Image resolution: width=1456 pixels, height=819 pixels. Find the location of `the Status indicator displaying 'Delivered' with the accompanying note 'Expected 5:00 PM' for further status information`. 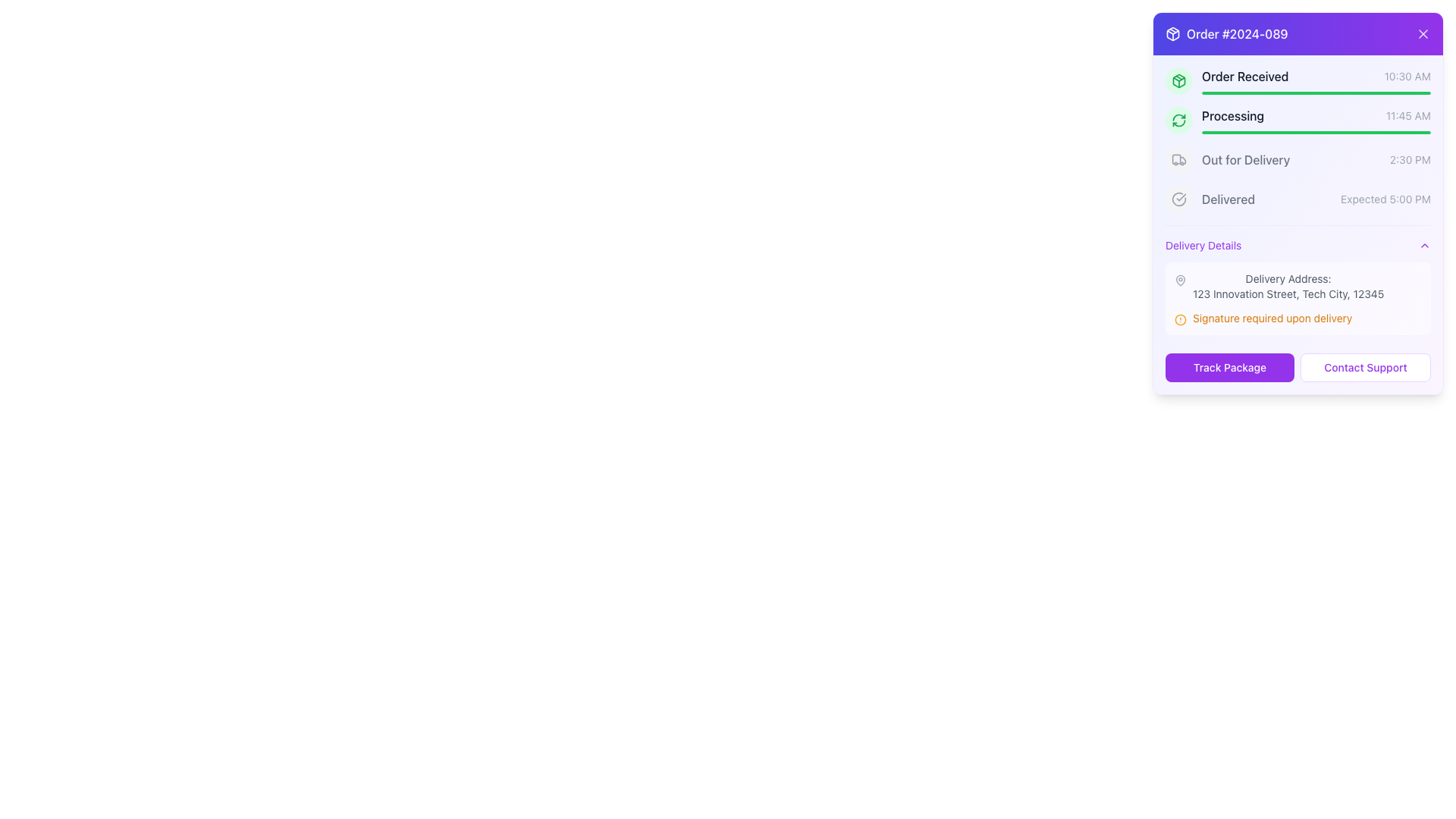

the Status indicator displaying 'Delivered' with the accompanying note 'Expected 5:00 PM' for further status information is located at coordinates (1298, 198).